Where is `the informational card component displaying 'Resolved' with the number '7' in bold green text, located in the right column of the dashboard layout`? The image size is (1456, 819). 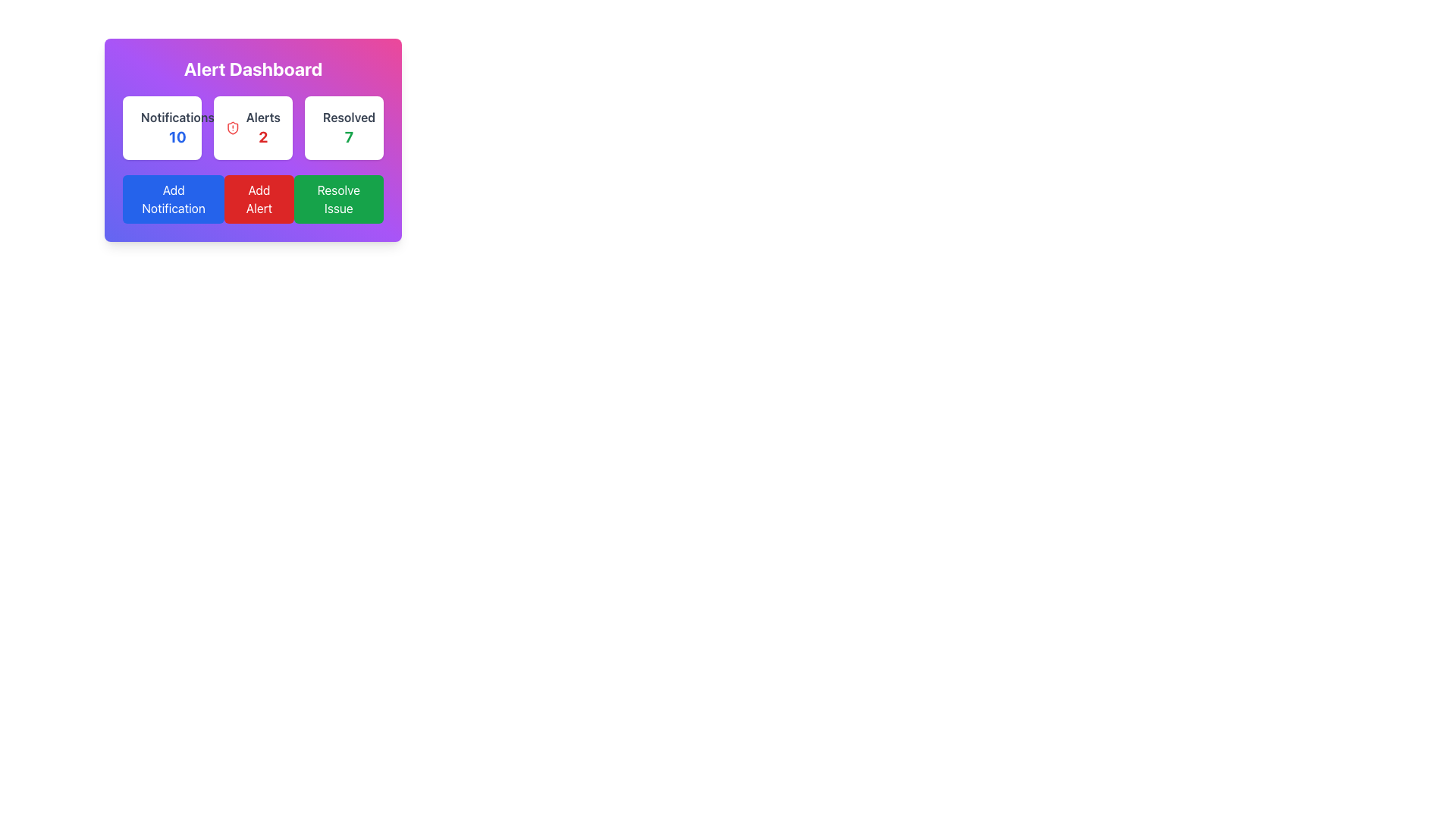 the informational card component displaying 'Resolved' with the number '7' in bold green text, located in the right column of the dashboard layout is located at coordinates (344, 127).